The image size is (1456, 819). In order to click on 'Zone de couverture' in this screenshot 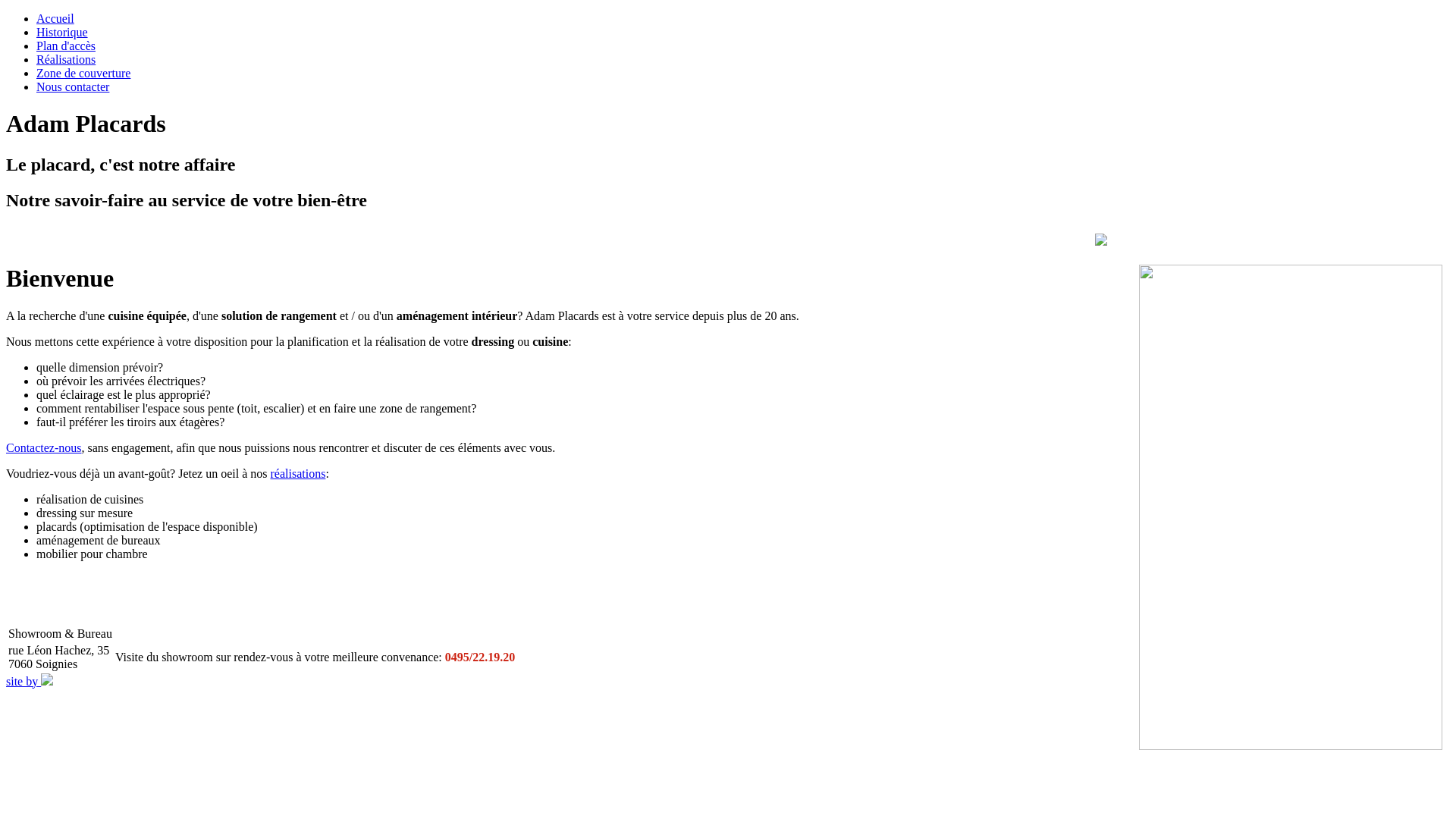, I will do `click(36, 73)`.